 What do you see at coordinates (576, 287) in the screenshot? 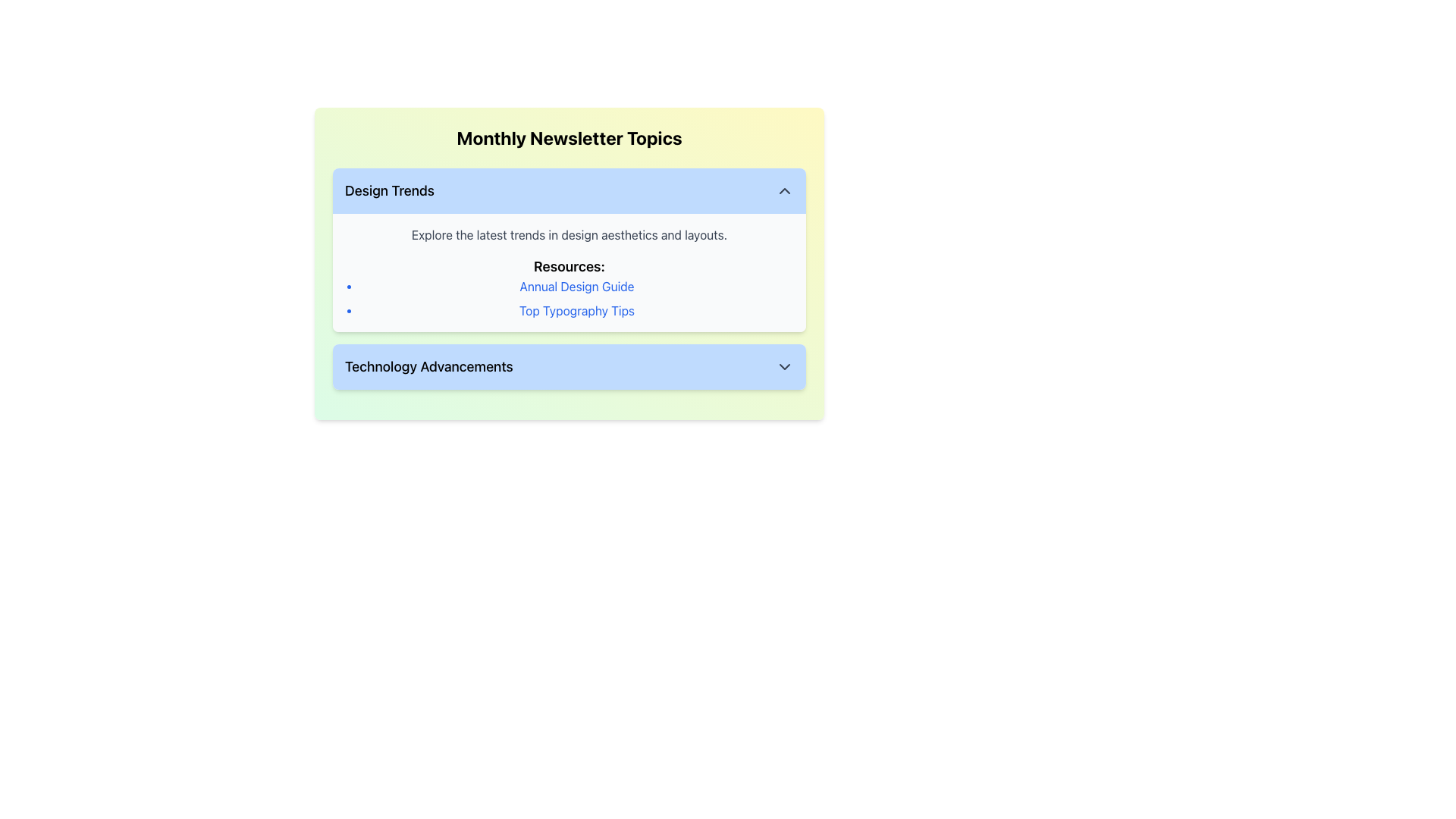
I see `the 'Annual Design Guide' text link to observe the hover effects, which is the first item in the 'Resources' list under the 'Design Trends' section` at bounding box center [576, 287].